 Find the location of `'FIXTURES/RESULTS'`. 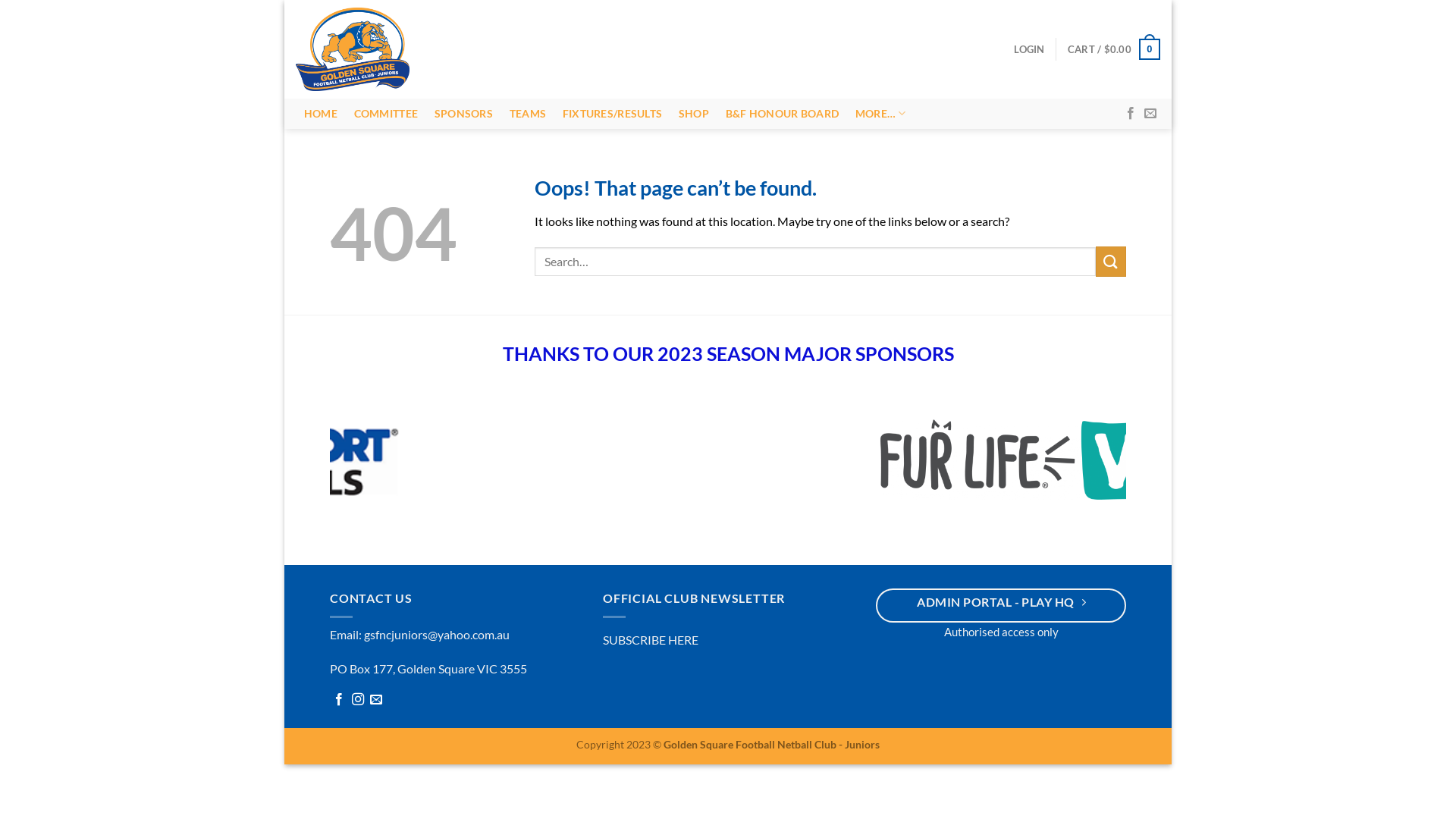

'FIXTURES/RESULTS' is located at coordinates (553, 113).